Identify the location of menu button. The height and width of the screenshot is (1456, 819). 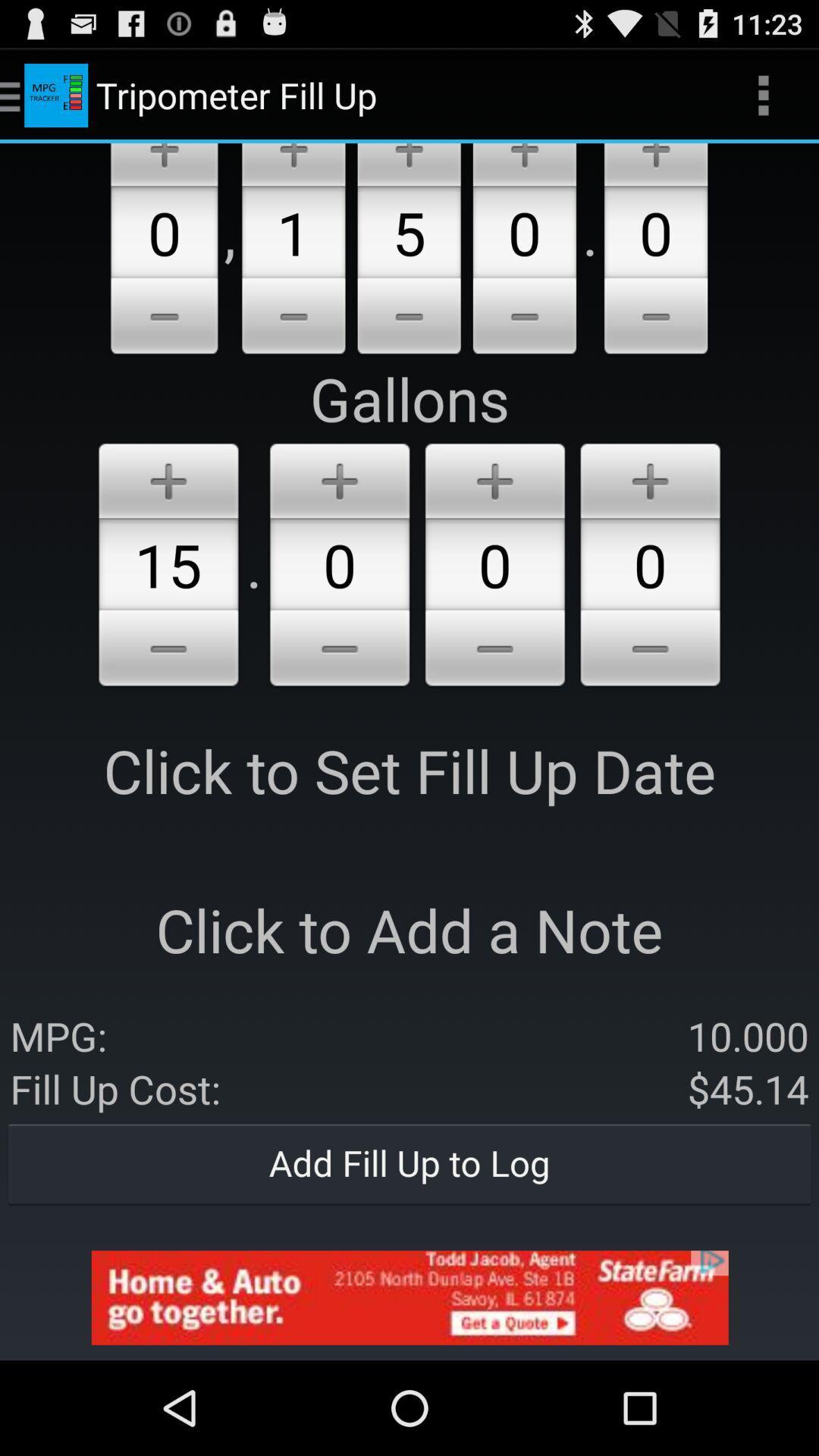
(339, 651).